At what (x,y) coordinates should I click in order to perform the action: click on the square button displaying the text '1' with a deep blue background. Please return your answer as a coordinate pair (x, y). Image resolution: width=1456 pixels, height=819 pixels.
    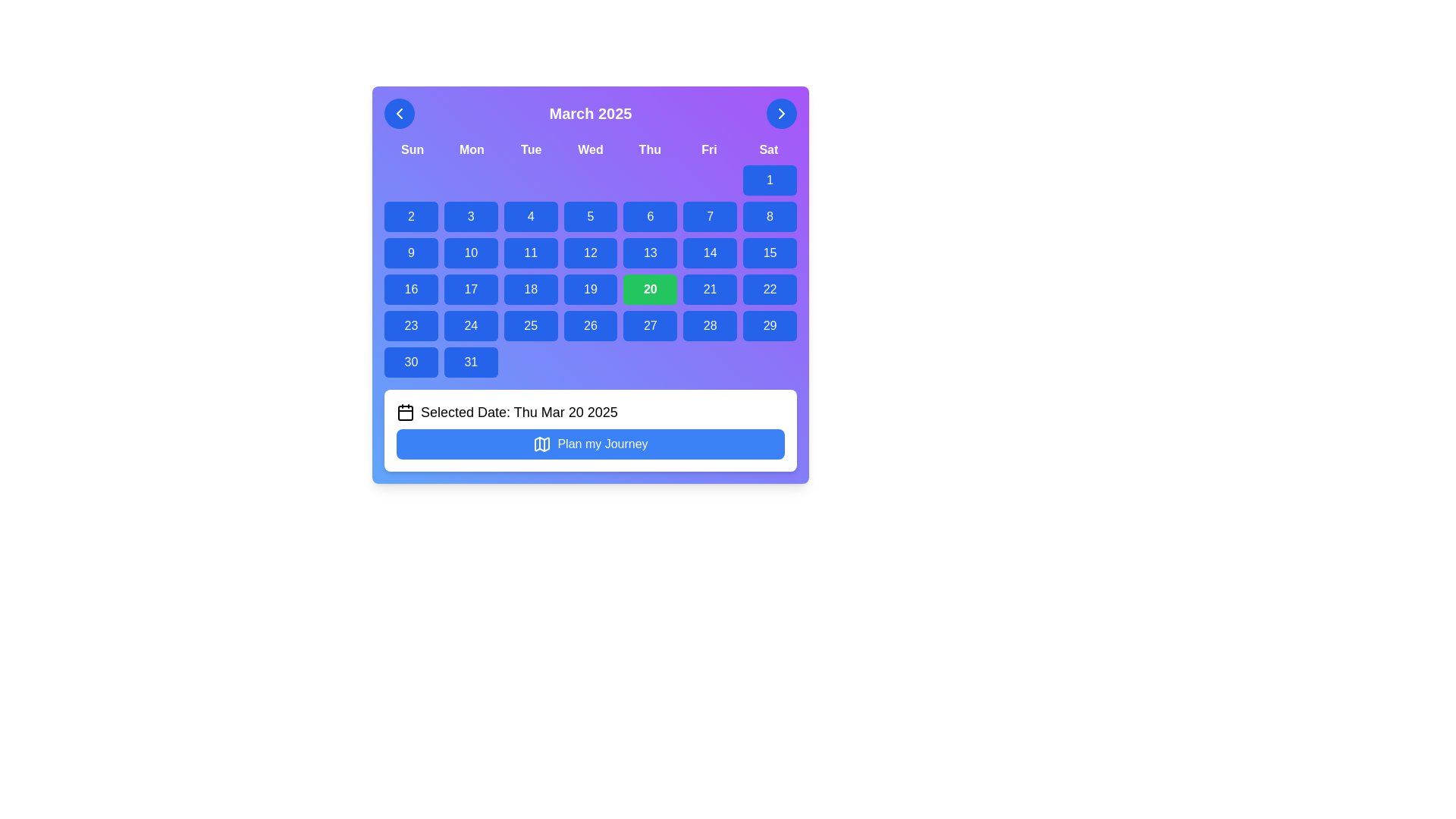
    Looking at the image, I should click on (770, 180).